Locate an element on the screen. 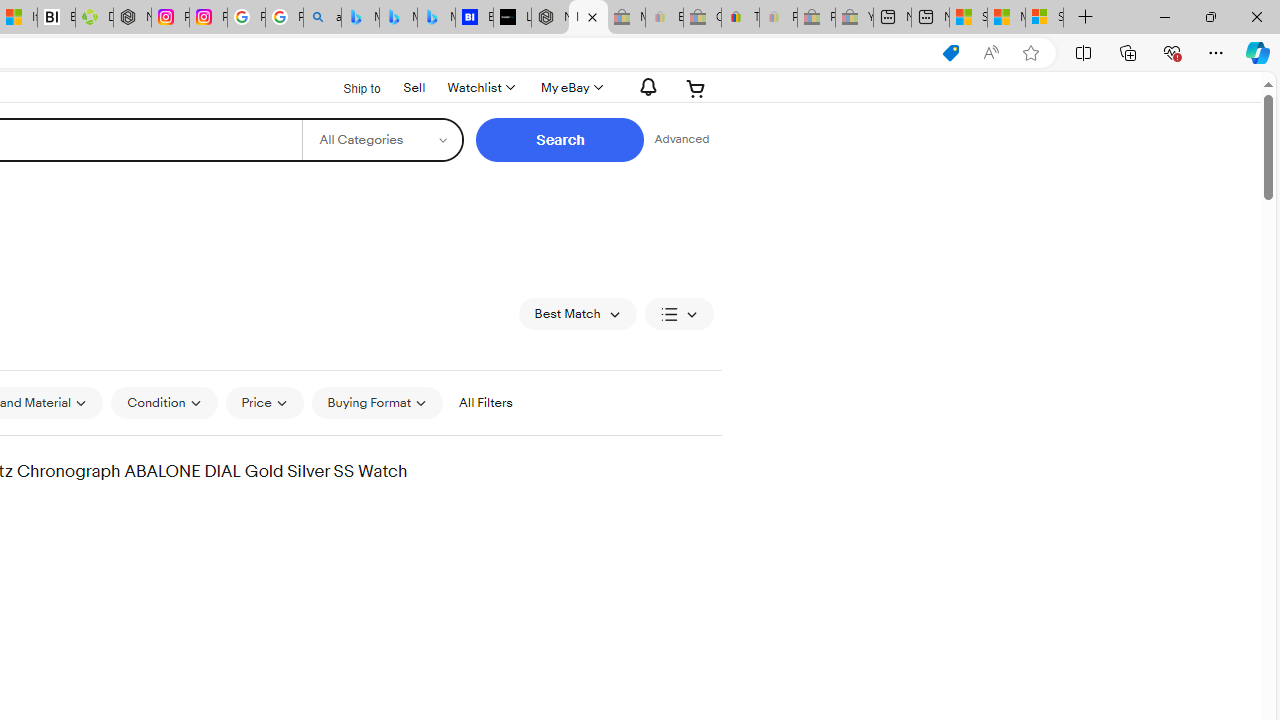 This screenshot has width=1280, height=720. 'AutomationID: gh-eb-Alerts' is located at coordinates (645, 86).